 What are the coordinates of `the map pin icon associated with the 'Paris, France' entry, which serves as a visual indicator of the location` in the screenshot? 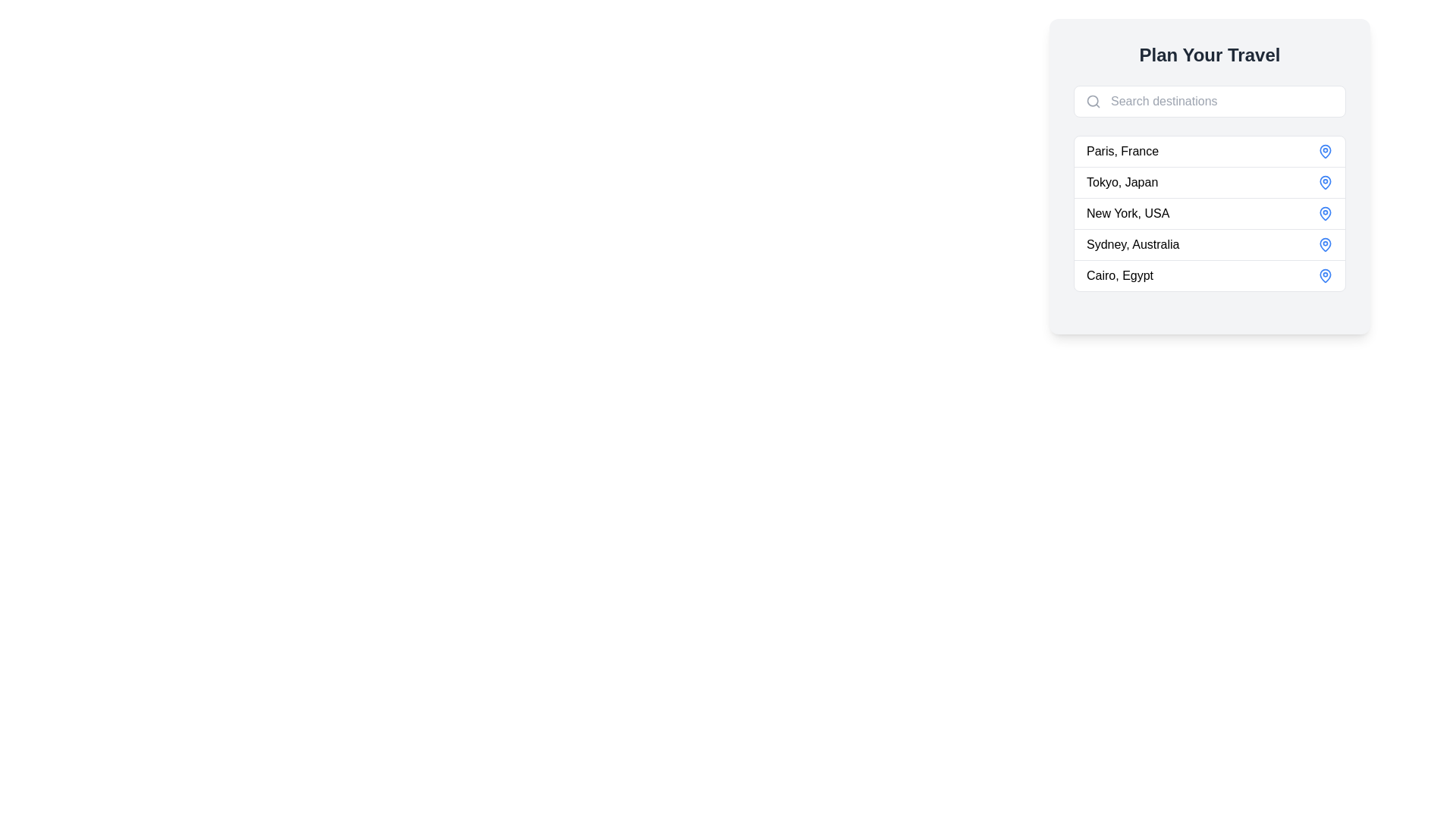 It's located at (1324, 152).